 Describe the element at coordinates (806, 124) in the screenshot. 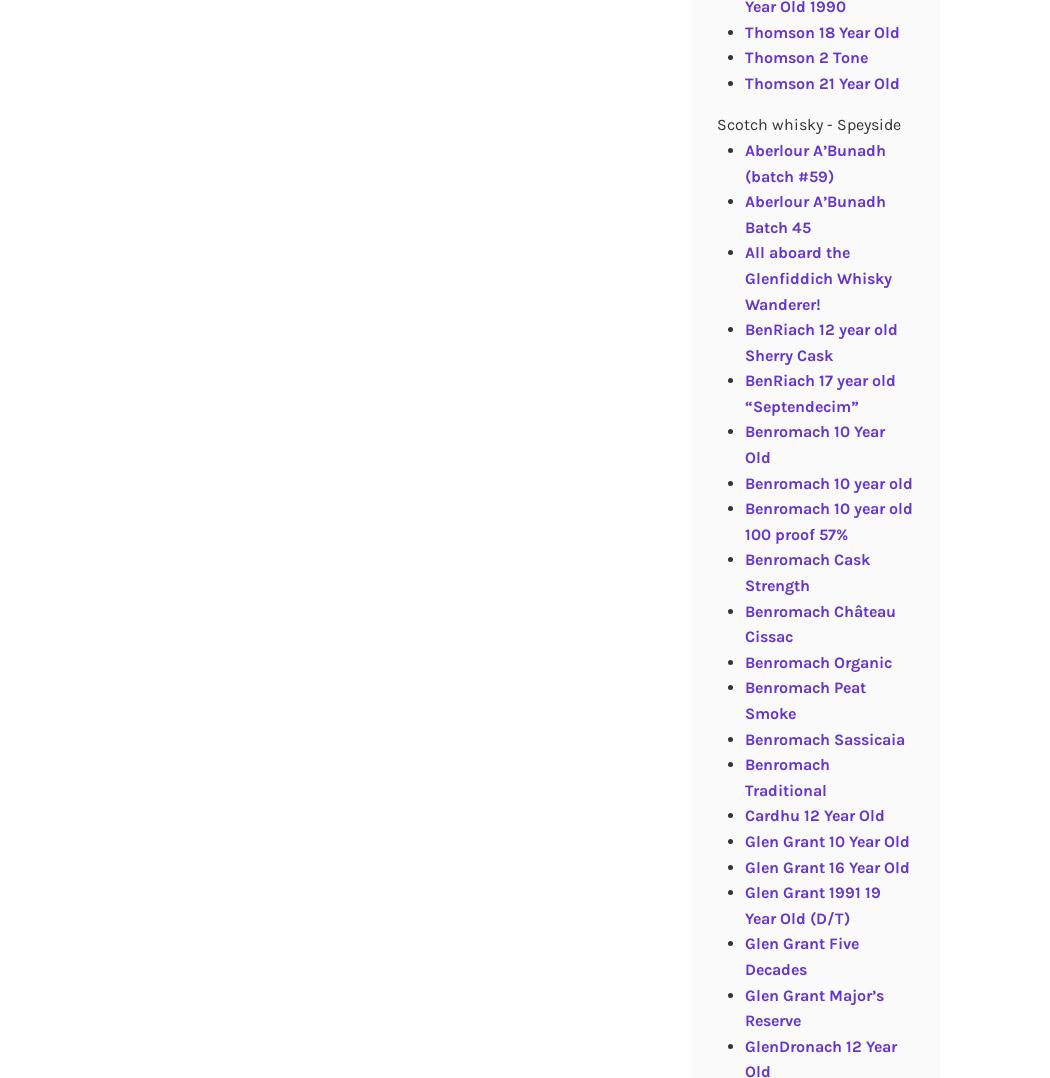

I see `'Scotch whisky - Speyside'` at that location.